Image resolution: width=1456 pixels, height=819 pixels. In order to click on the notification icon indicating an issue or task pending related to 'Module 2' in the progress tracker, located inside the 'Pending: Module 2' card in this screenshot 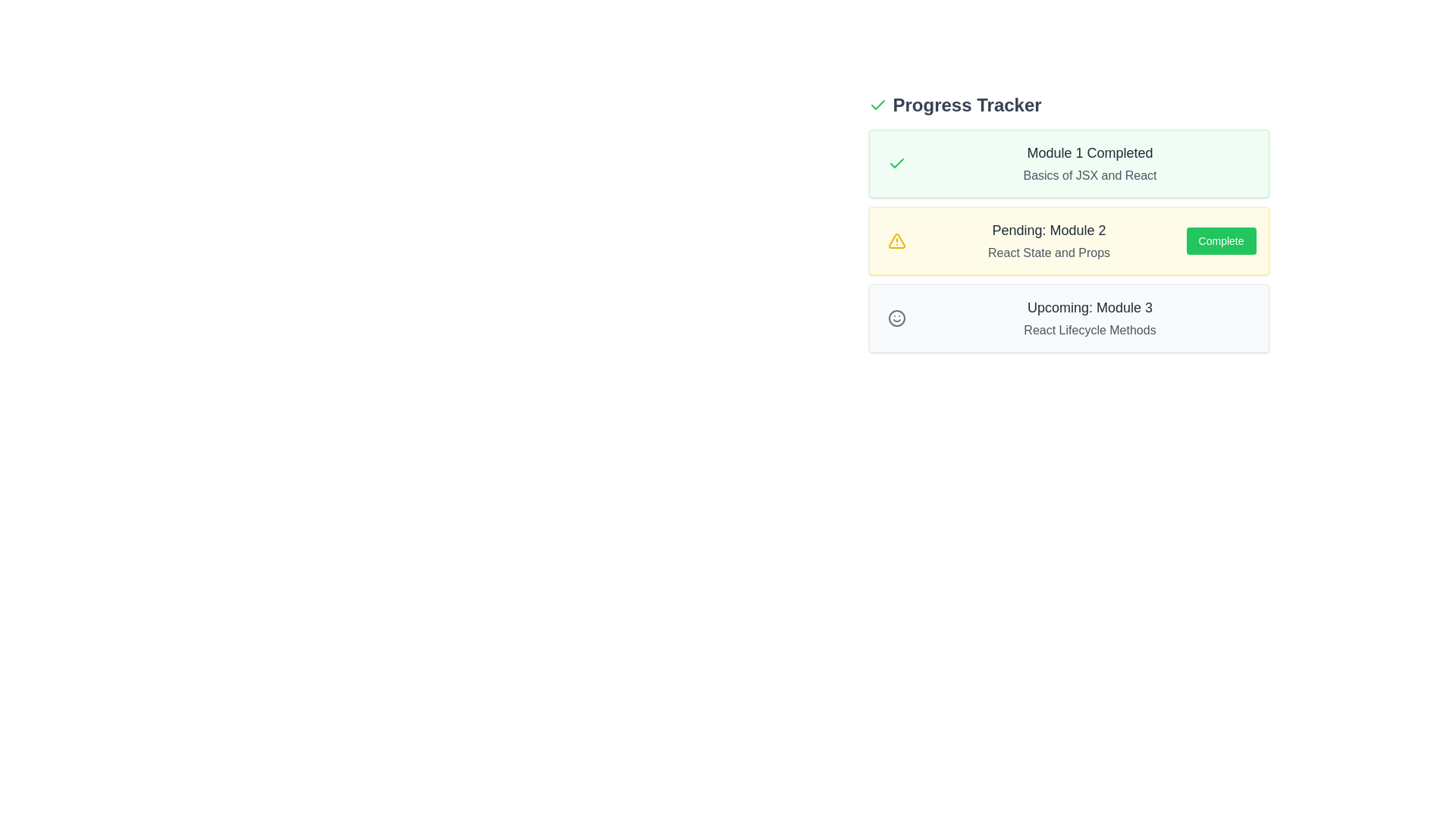, I will do `click(896, 240)`.